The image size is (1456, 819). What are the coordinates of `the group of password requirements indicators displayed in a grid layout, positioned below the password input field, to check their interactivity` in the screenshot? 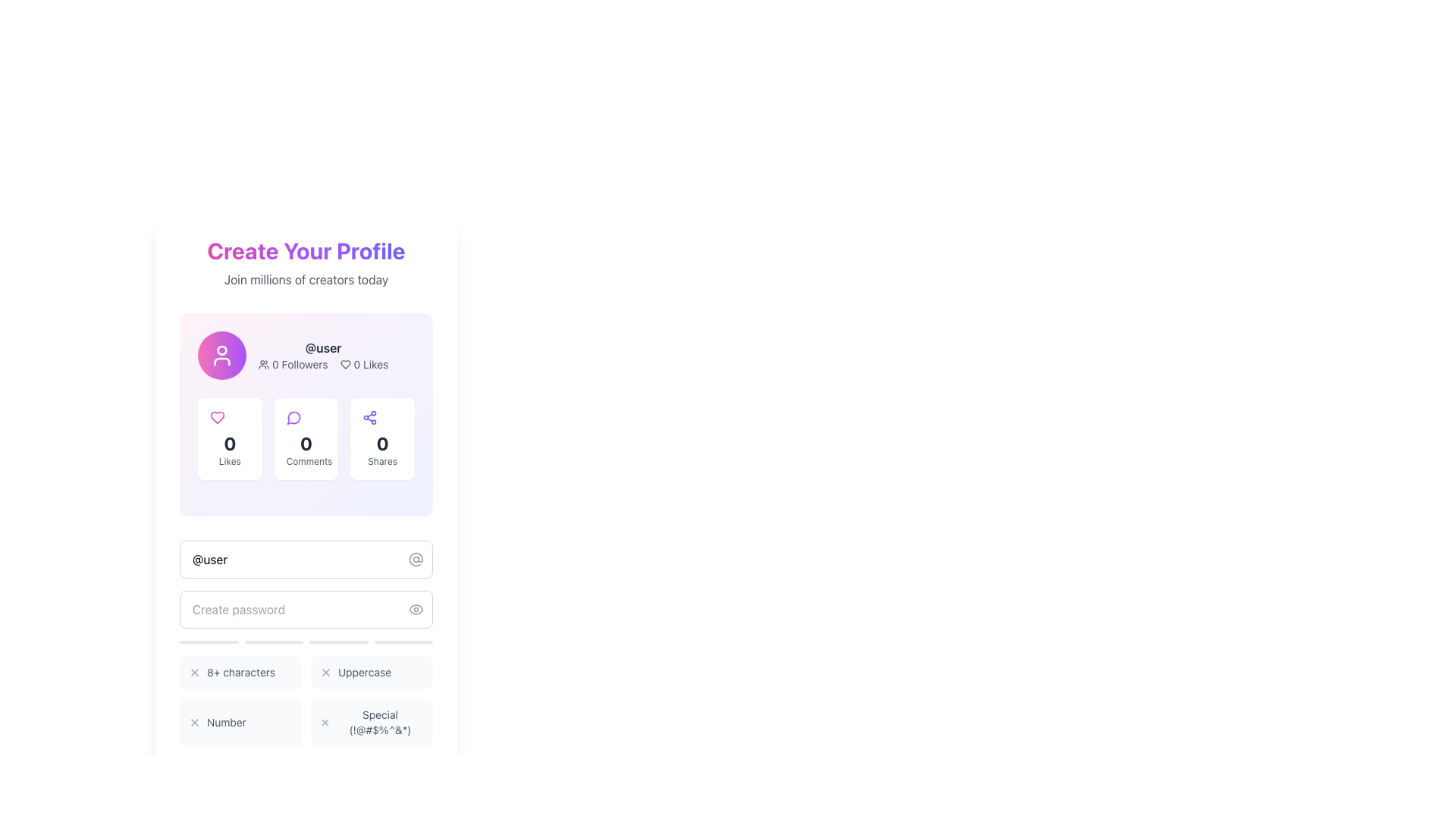 It's located at (305, 643).